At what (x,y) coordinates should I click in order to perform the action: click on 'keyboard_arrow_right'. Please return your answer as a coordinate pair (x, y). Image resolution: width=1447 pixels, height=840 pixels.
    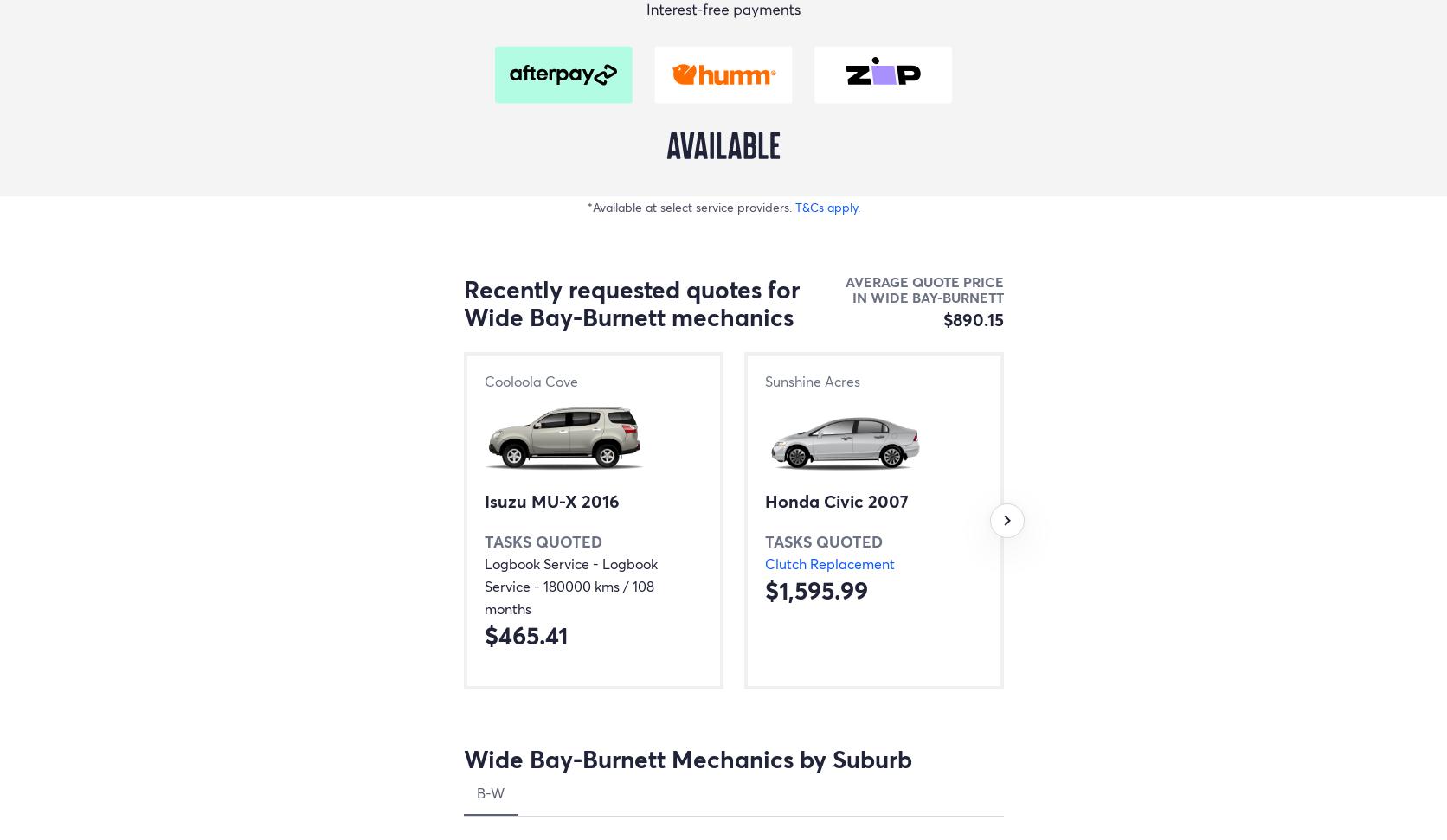
    Looking at the image, I should click on (1006, 518).